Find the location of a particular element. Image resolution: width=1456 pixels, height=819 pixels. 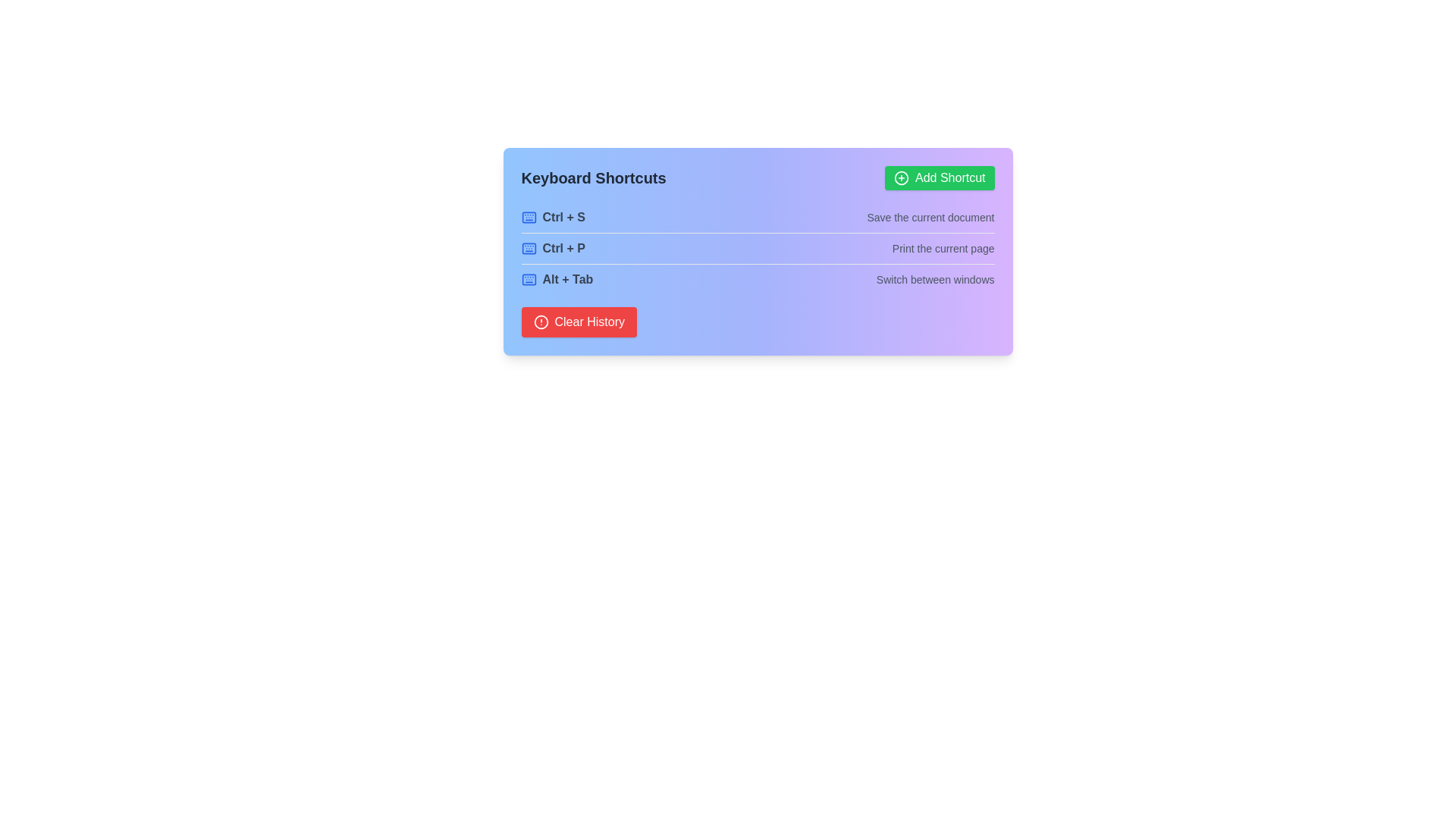

the text label displaying 'Alt + Tab' which is styled with a dark gray, semi-bold font and appears as the third entry in a vertical list of keyboard shortcuts is located at coordinates (566, 280).